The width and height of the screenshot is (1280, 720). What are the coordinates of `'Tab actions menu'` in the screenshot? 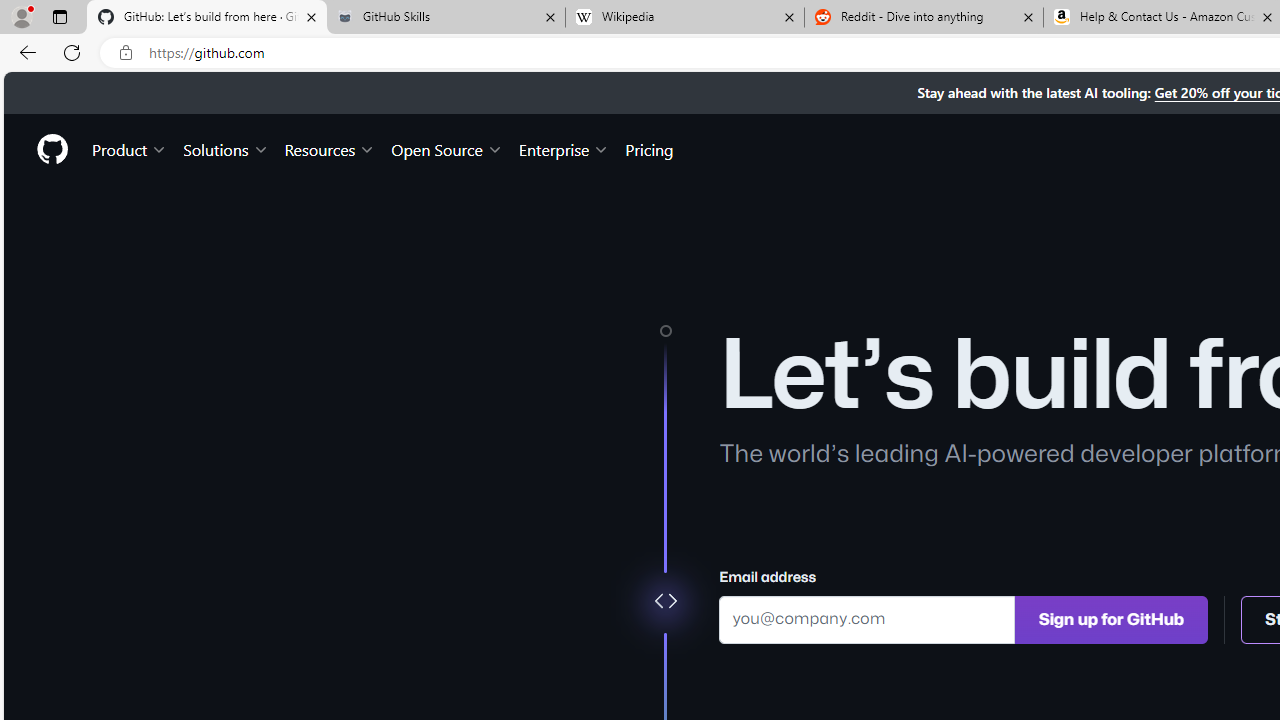 It's located at (59, 16).